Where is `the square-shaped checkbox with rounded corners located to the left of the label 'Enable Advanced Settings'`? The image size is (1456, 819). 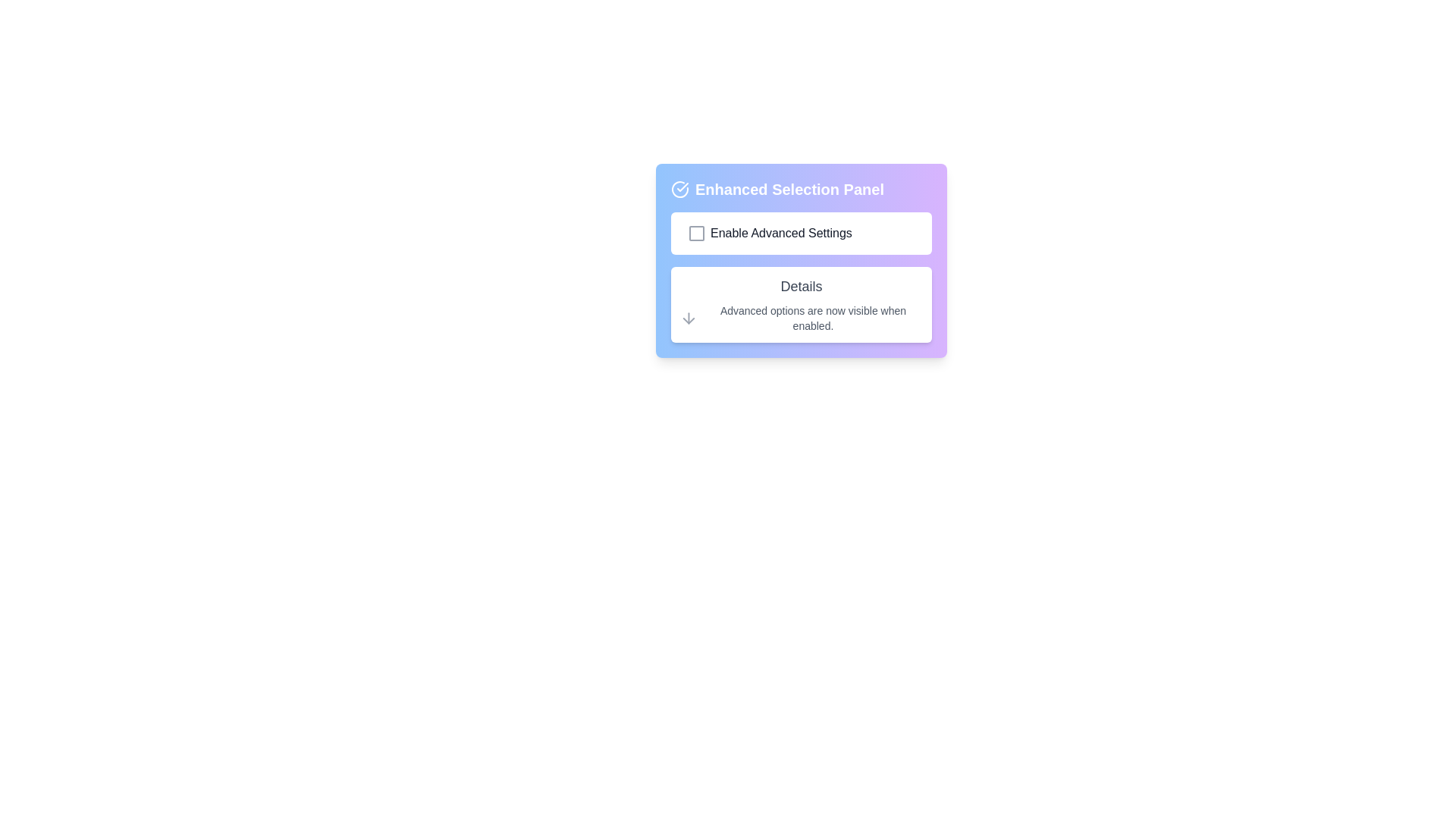
the square-shaped checkbox with rounded corners located to the left of the label 'Enable Advanced Settings' is located at coordinates (695, 234).